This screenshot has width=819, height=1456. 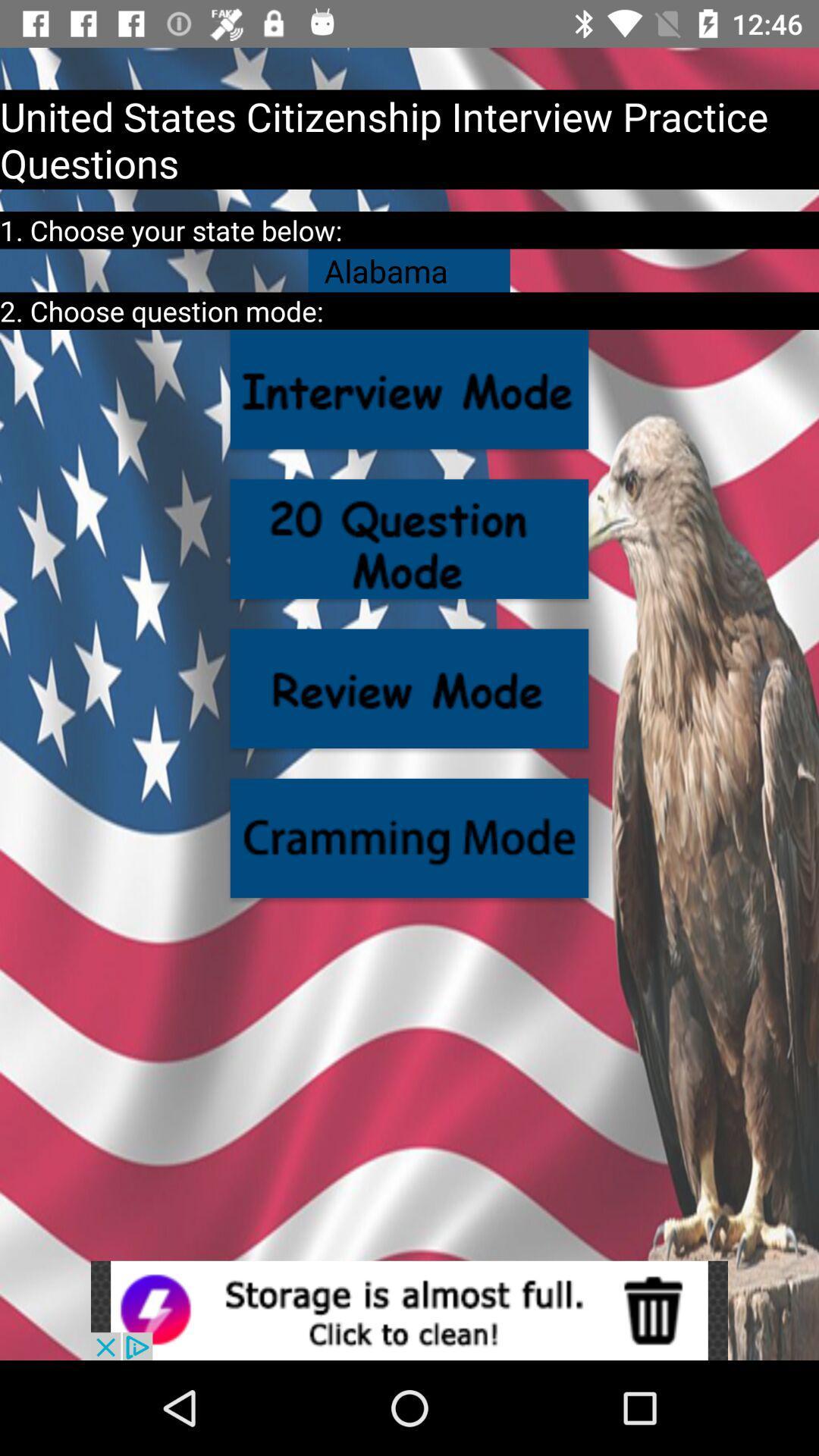 What do you see at coordinates (409, 688) in the screenshot?
I see `review mode` at bounding box center [409, 688].